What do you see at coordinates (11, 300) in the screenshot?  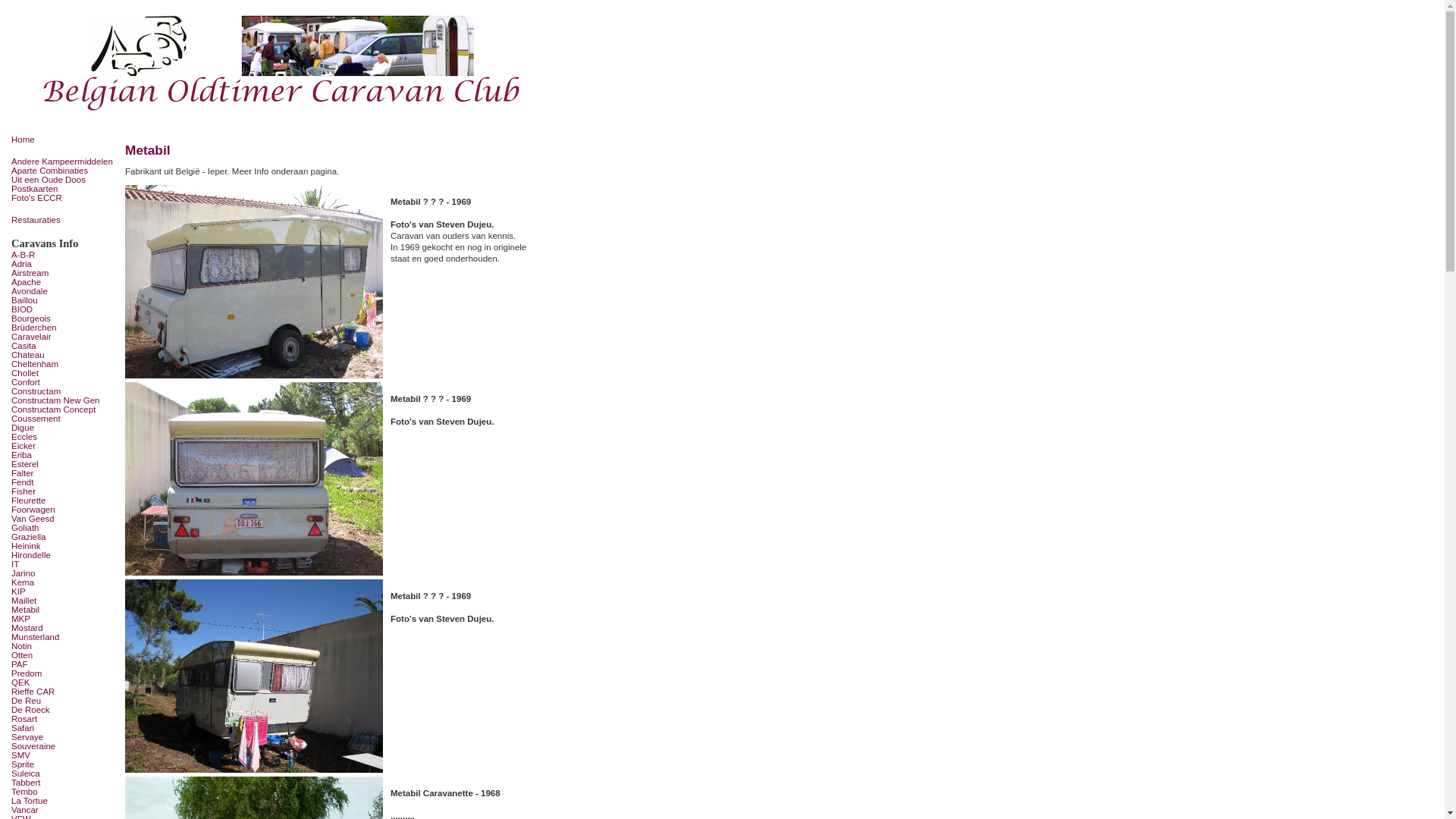 I see `'Baillou'` at bounding box center [11, 300].